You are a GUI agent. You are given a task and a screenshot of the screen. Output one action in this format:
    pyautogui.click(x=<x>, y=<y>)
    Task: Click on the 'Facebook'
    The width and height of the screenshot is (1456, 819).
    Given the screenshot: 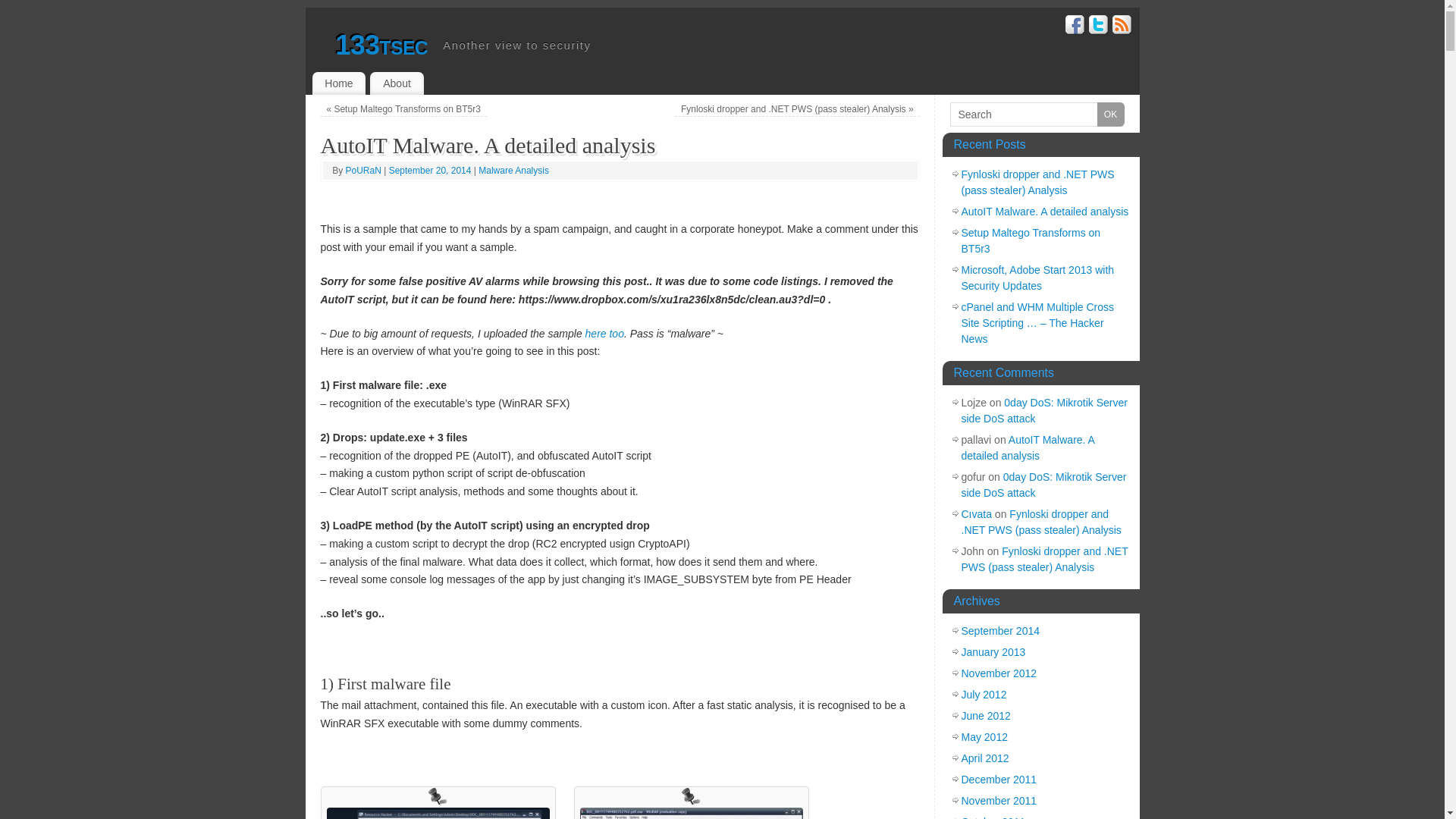 What is the action you would take?
    pyautogui.click(x=1073, y=27)
    